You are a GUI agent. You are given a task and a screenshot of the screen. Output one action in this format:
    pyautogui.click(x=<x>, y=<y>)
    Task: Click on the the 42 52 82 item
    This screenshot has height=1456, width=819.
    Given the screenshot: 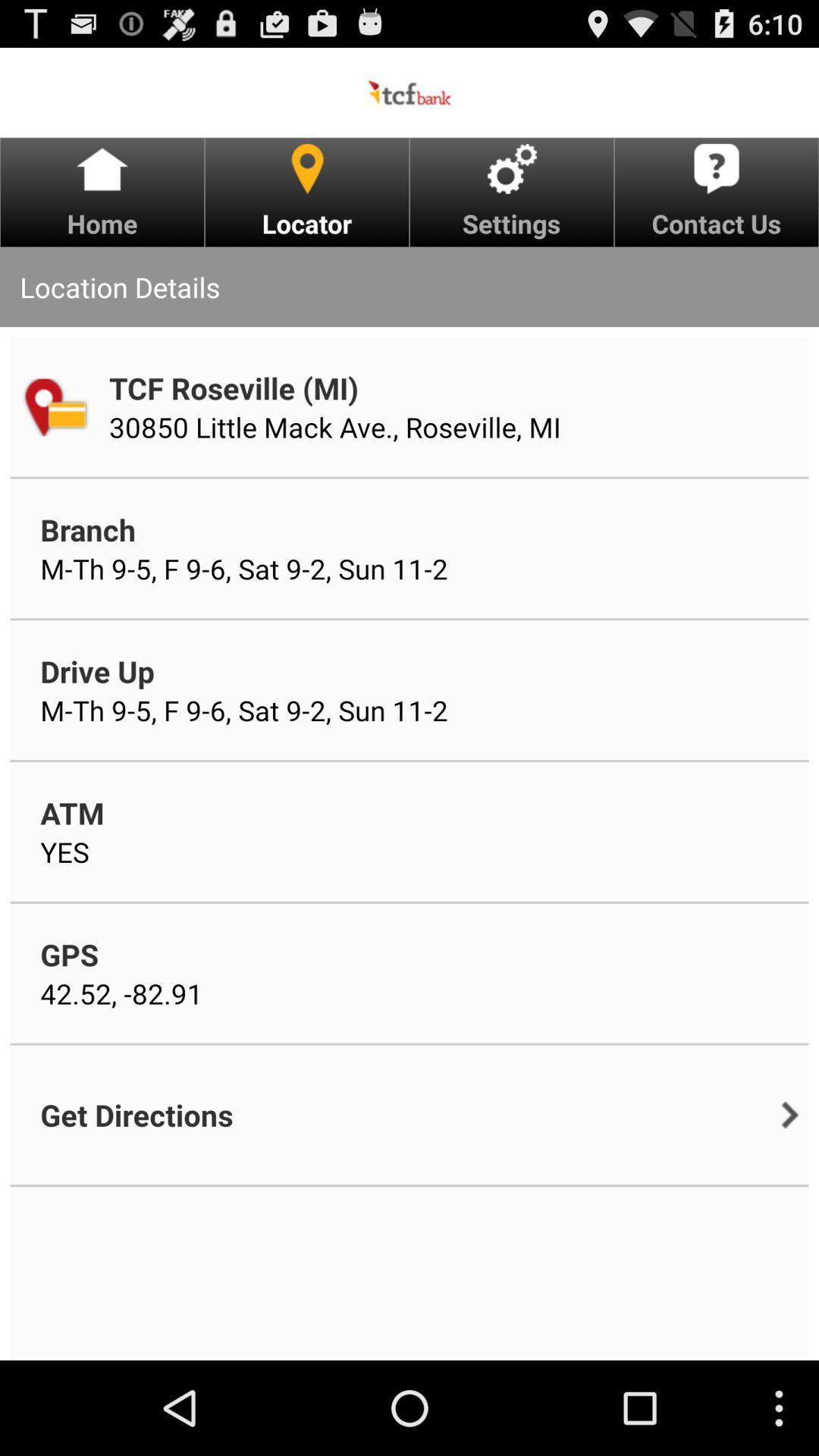 What is the action you would take?
    pyautogui.click(x=121, y=993)
    